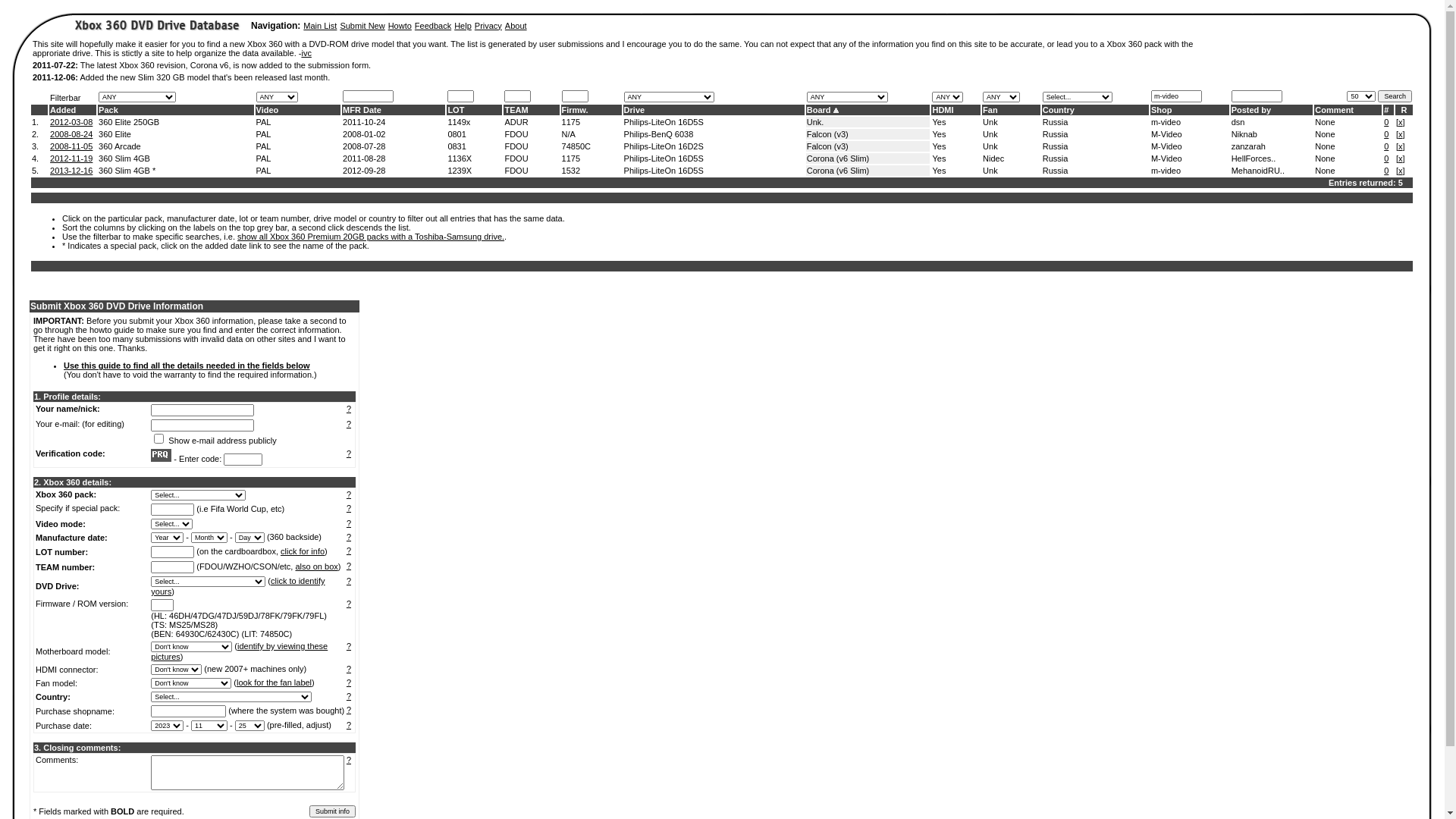 The width and height of the screenshot is (1456, 819). What do you see at coordinates (71, 133) in the screenshot?
I see `'2008-08-24'` at bounding box center [71, 133].